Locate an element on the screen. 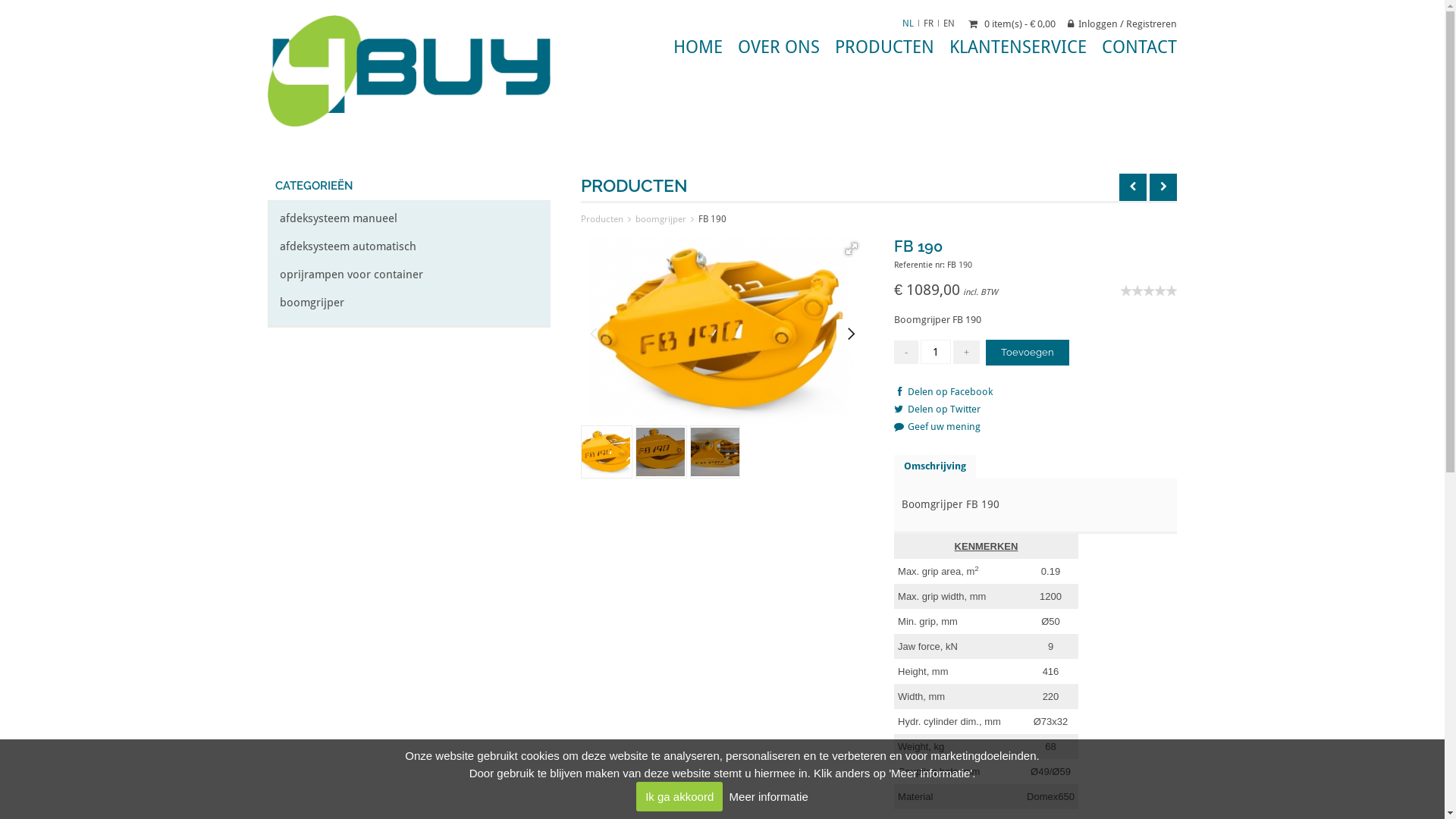 This screenshot has width=1456, height=819. 'EN' is located at coordinates (948, 25).